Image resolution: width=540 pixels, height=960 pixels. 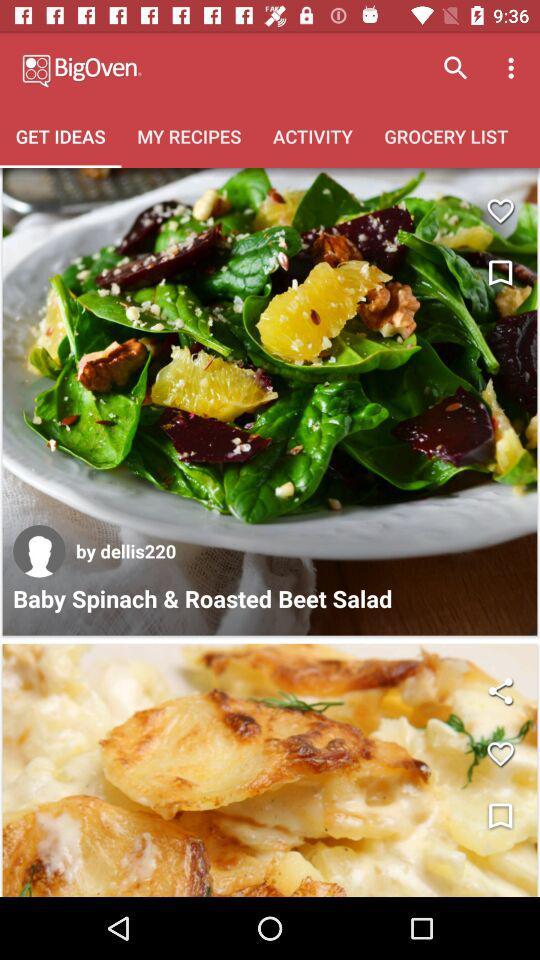 I want to click on explore the recipe, so click(x=270, y=769).